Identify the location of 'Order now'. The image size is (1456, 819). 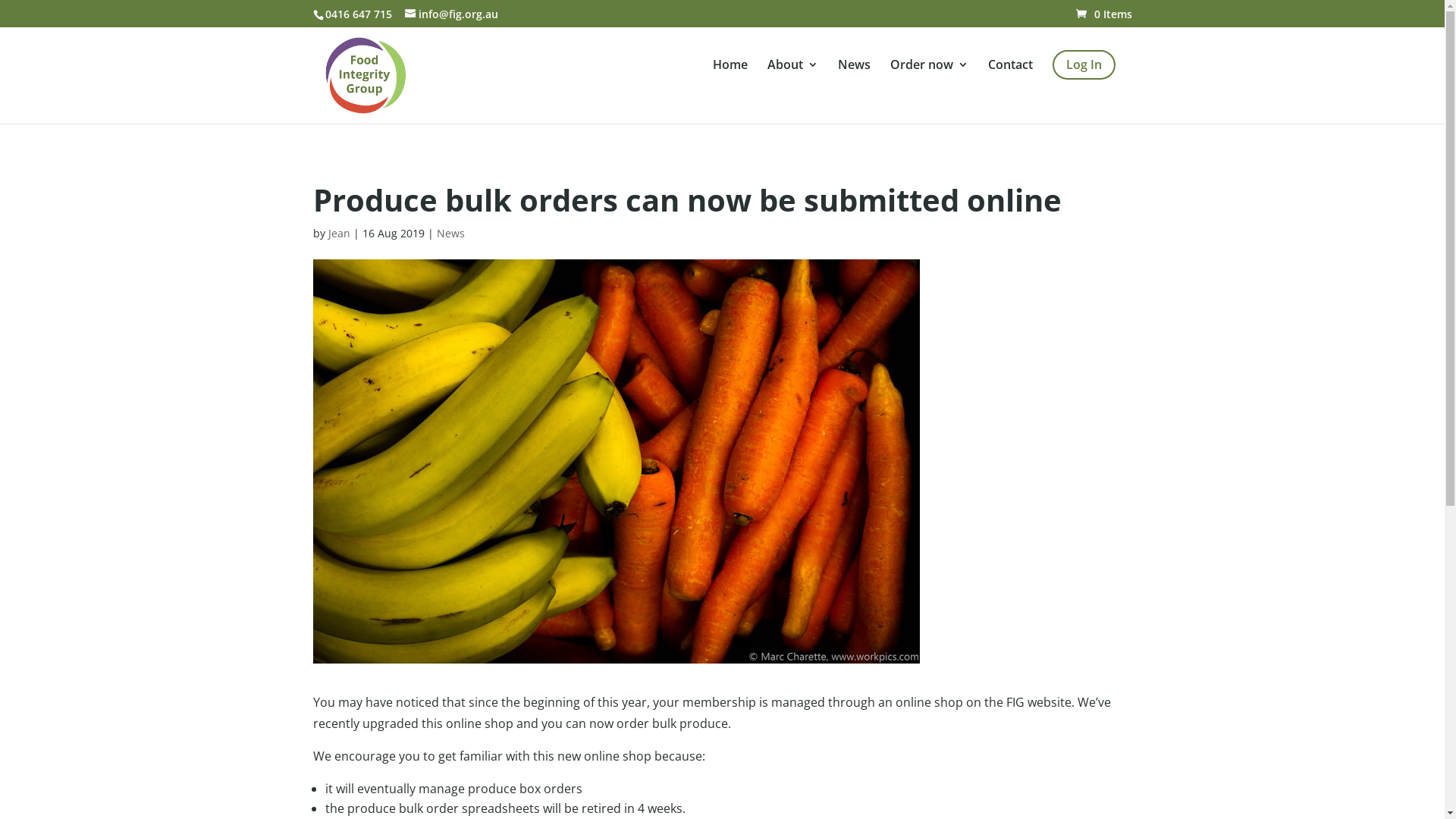
(928, 76).